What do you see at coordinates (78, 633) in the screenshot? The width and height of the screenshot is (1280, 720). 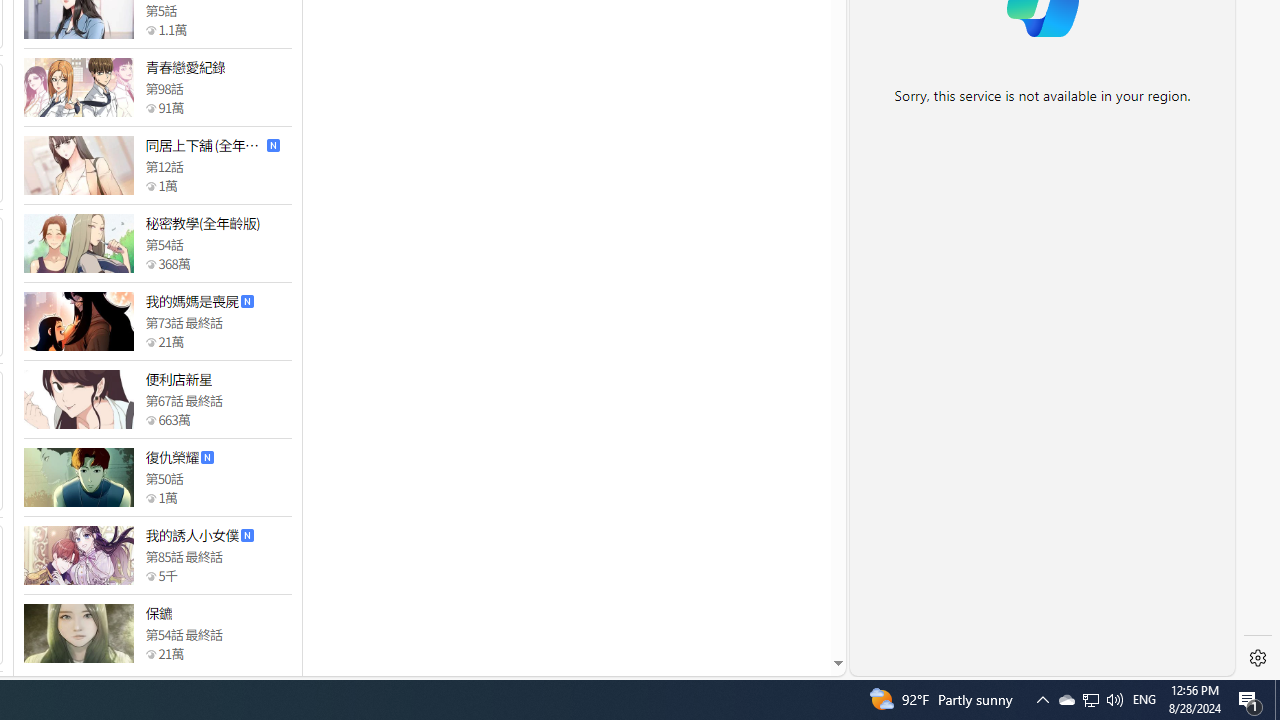 I see `'Class: thumb_img'` at bounding box center [78, 633].